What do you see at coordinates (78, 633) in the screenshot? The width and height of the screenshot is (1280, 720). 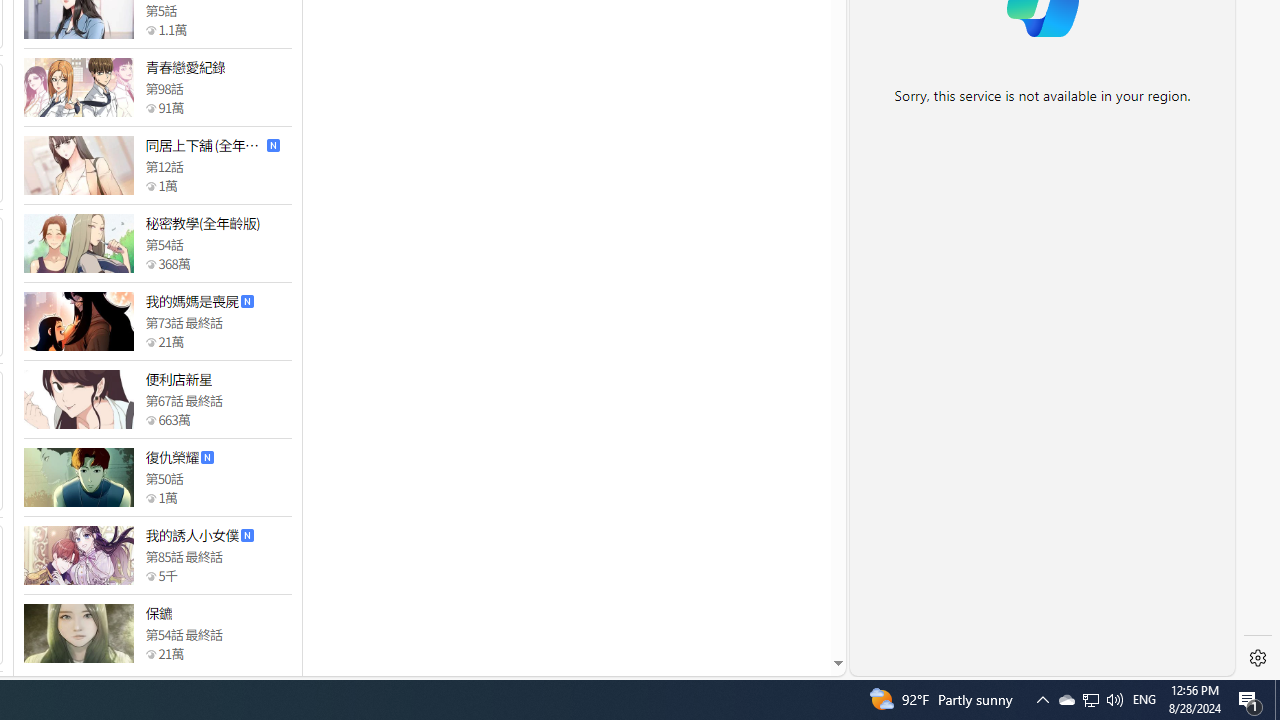 I see `'Class: thumb_img'` at bounding box center [78, 633].